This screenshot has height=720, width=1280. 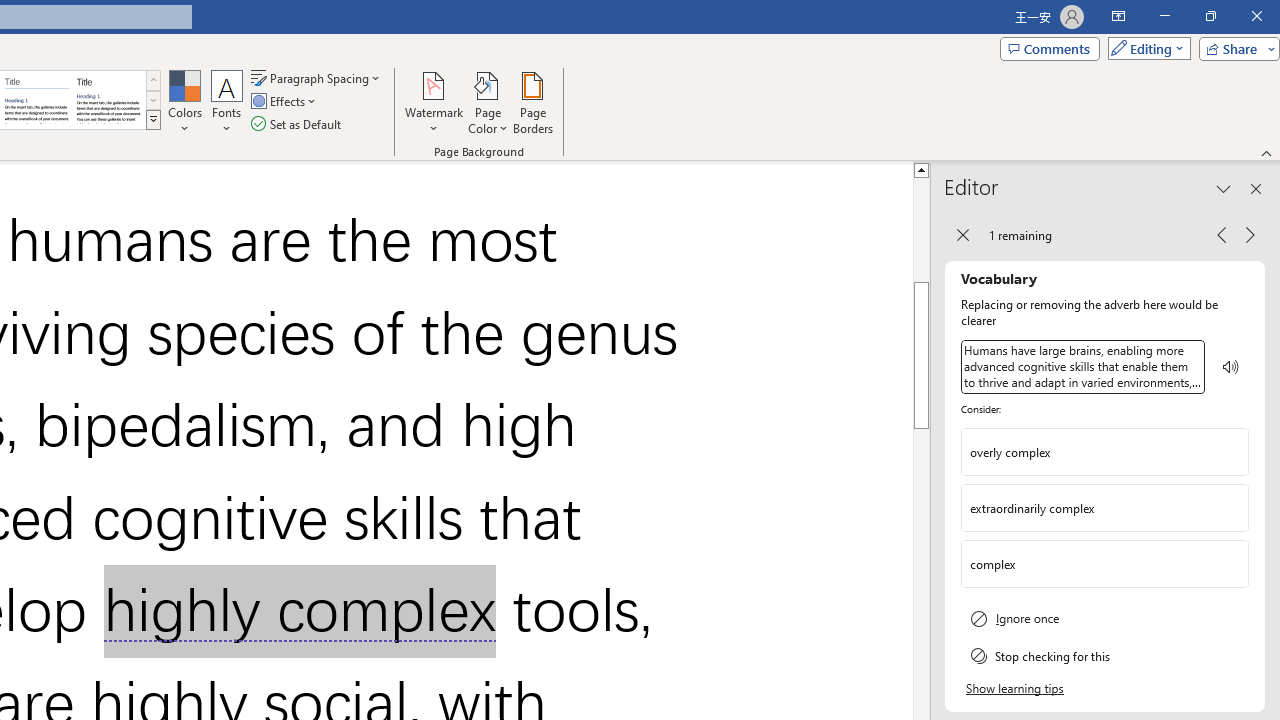 I want to click on 'Set as Default', so click(x=297, y=124).